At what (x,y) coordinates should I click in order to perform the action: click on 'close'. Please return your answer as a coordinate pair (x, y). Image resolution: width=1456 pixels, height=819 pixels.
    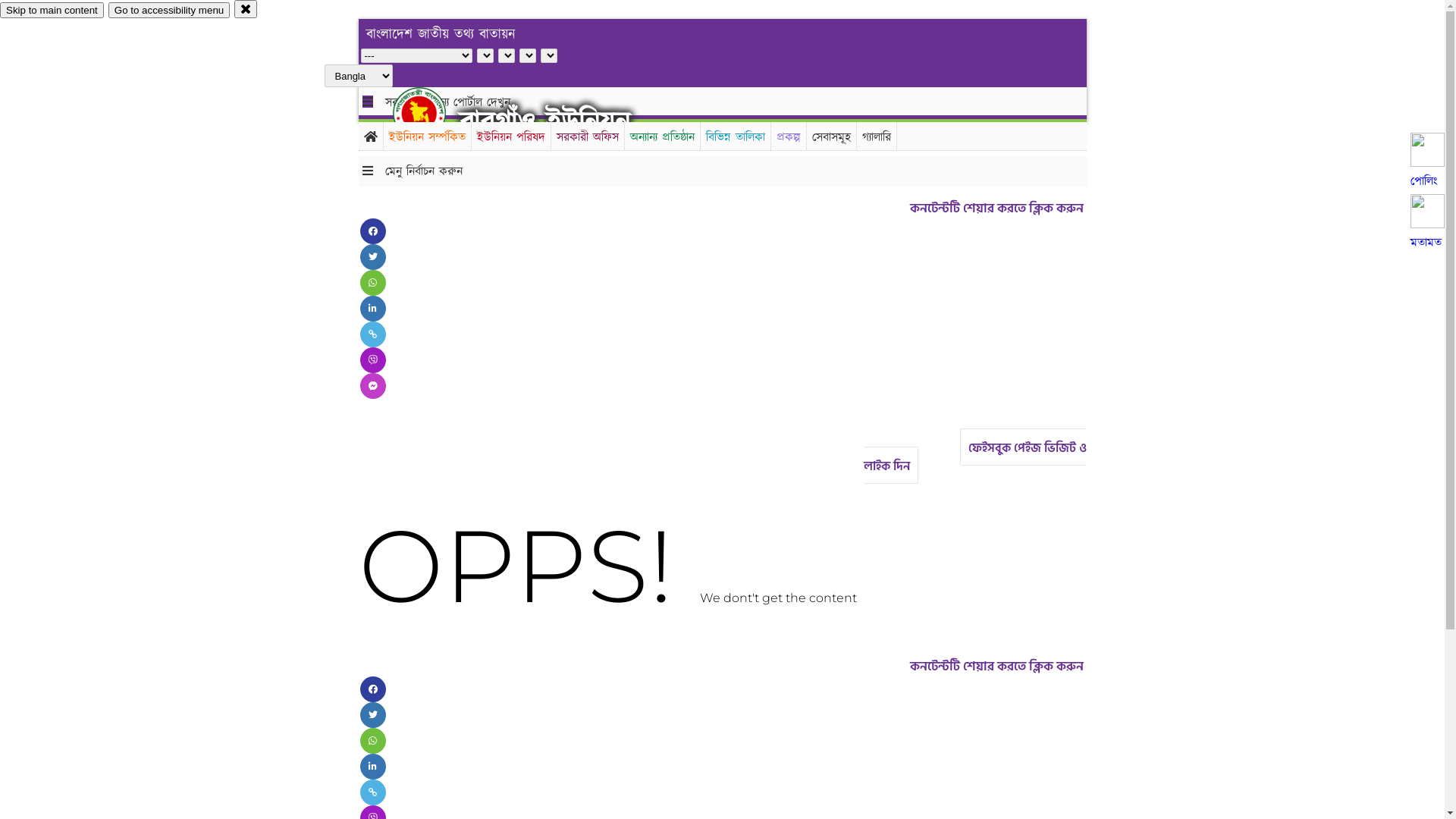
    Looking at the image, I should click on (246, 8).